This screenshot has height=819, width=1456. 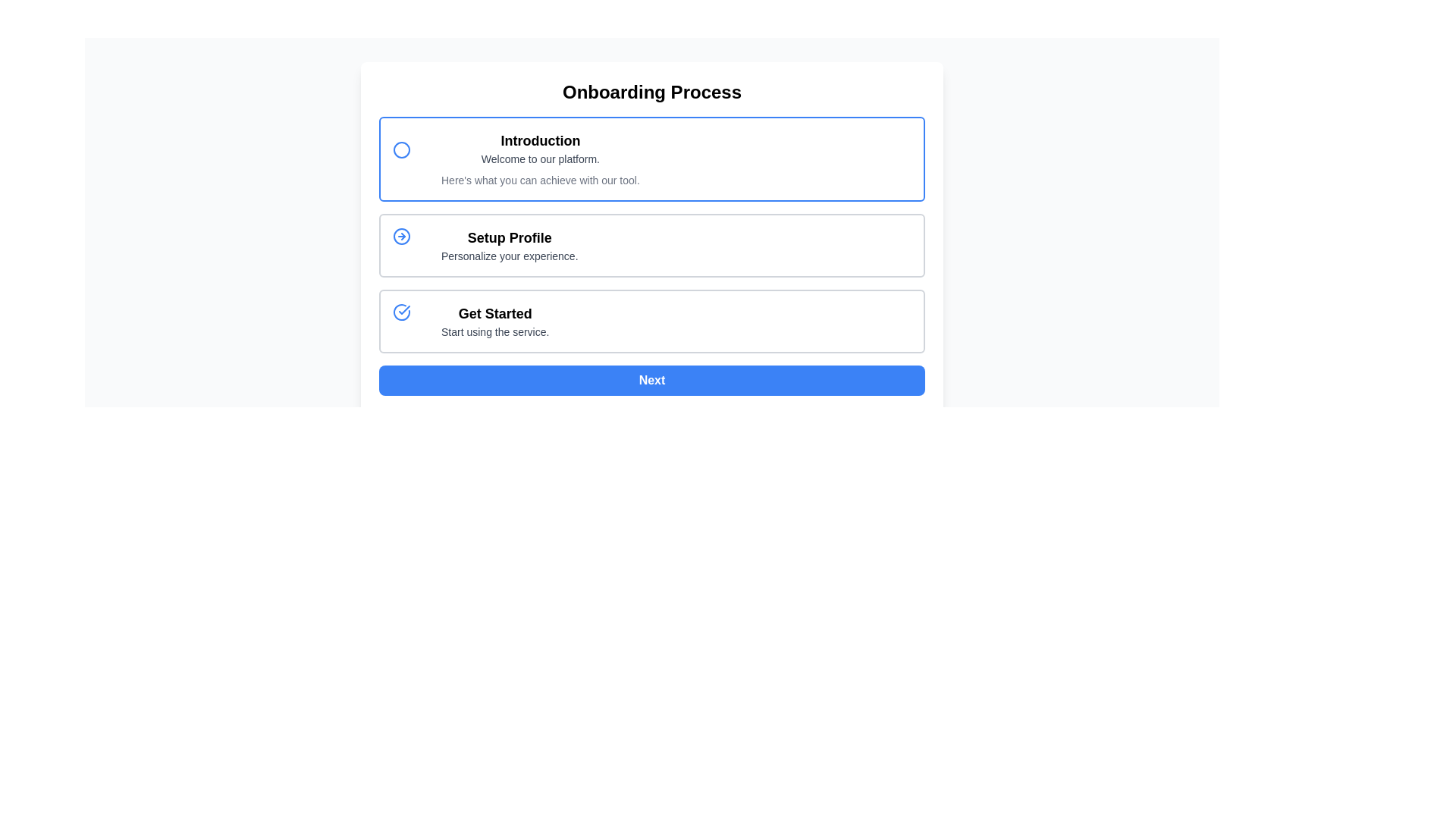 What do you see at coordinates (401, 149) in the screenshot?
I see `the decorative circular SVG graphic symbol located in the upper-left corner of the 'Introduction' section, which is part of the onboarding process card` at bounding box center [401, 149].